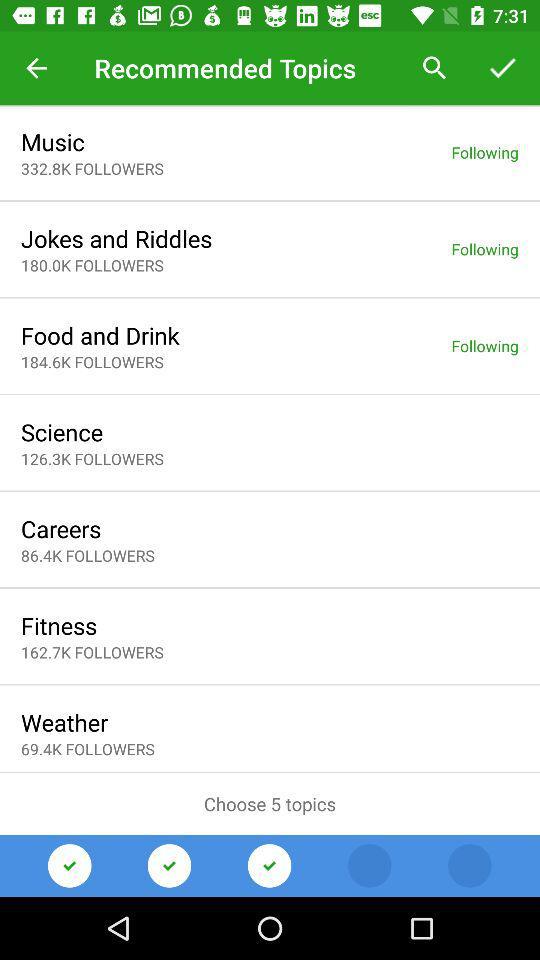 This screenshot has height=960, width=540. What do you see at coordinates (434, 68) in the screenshot?
I see `the item next to the recommended topics` at bounding box center [434, 68].